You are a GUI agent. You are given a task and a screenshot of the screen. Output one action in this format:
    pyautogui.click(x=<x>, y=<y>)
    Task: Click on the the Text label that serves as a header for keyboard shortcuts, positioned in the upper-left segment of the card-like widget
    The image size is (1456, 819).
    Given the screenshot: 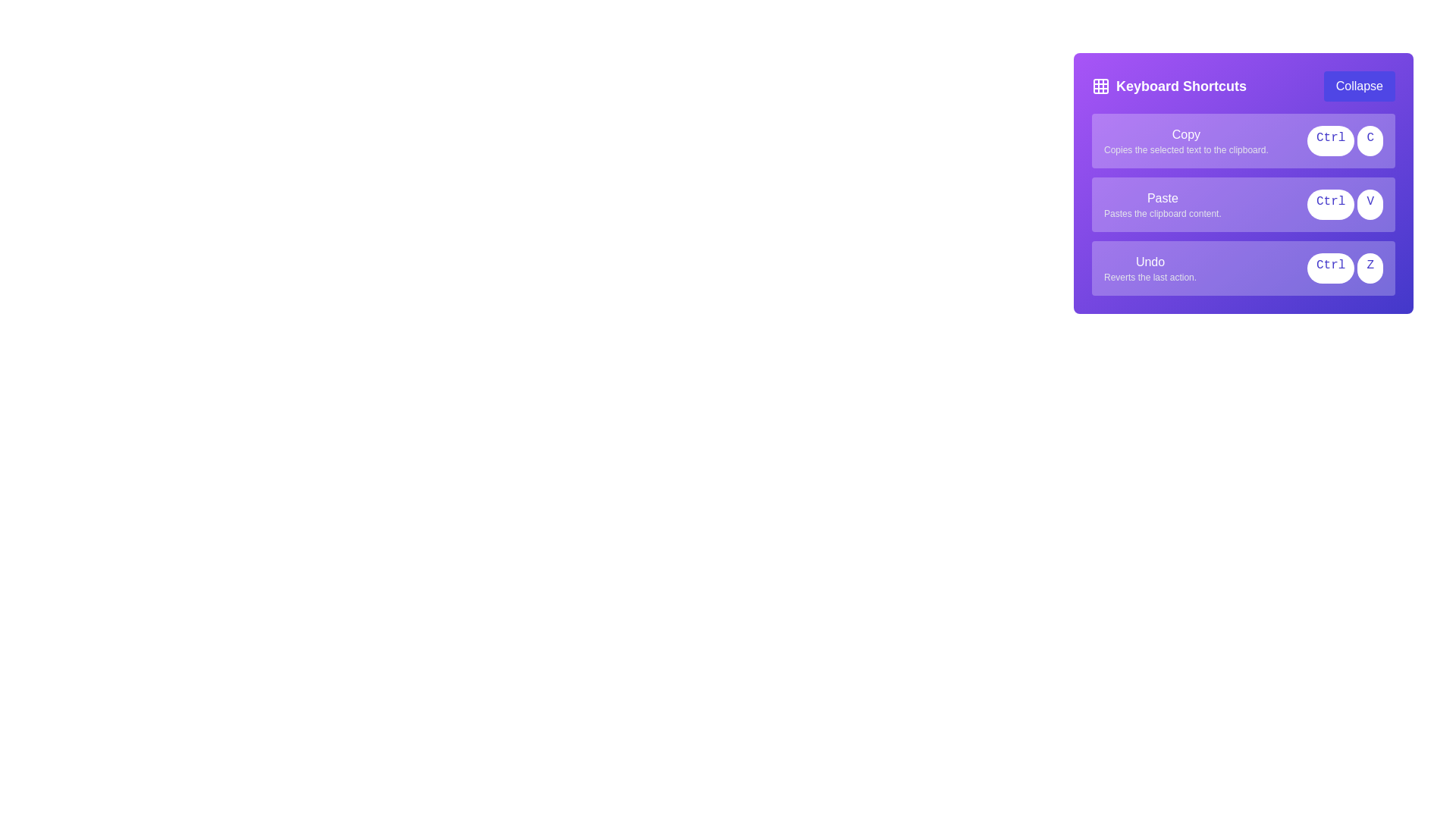 What is the action you would take?
    pyautogui.click(x=1181, y=86)
    